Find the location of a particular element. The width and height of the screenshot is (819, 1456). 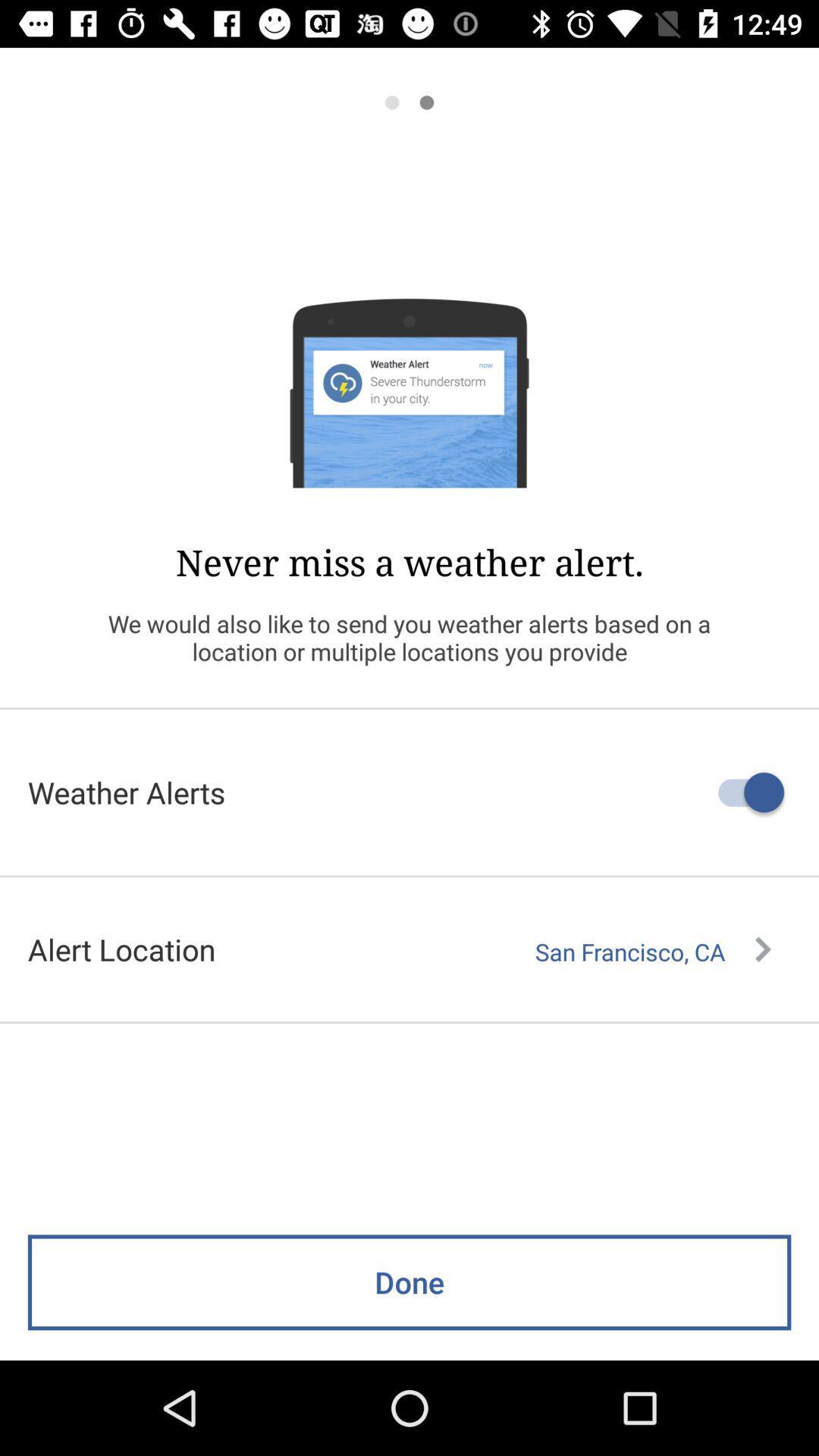

done icon is located at coordinates (409, 1282).